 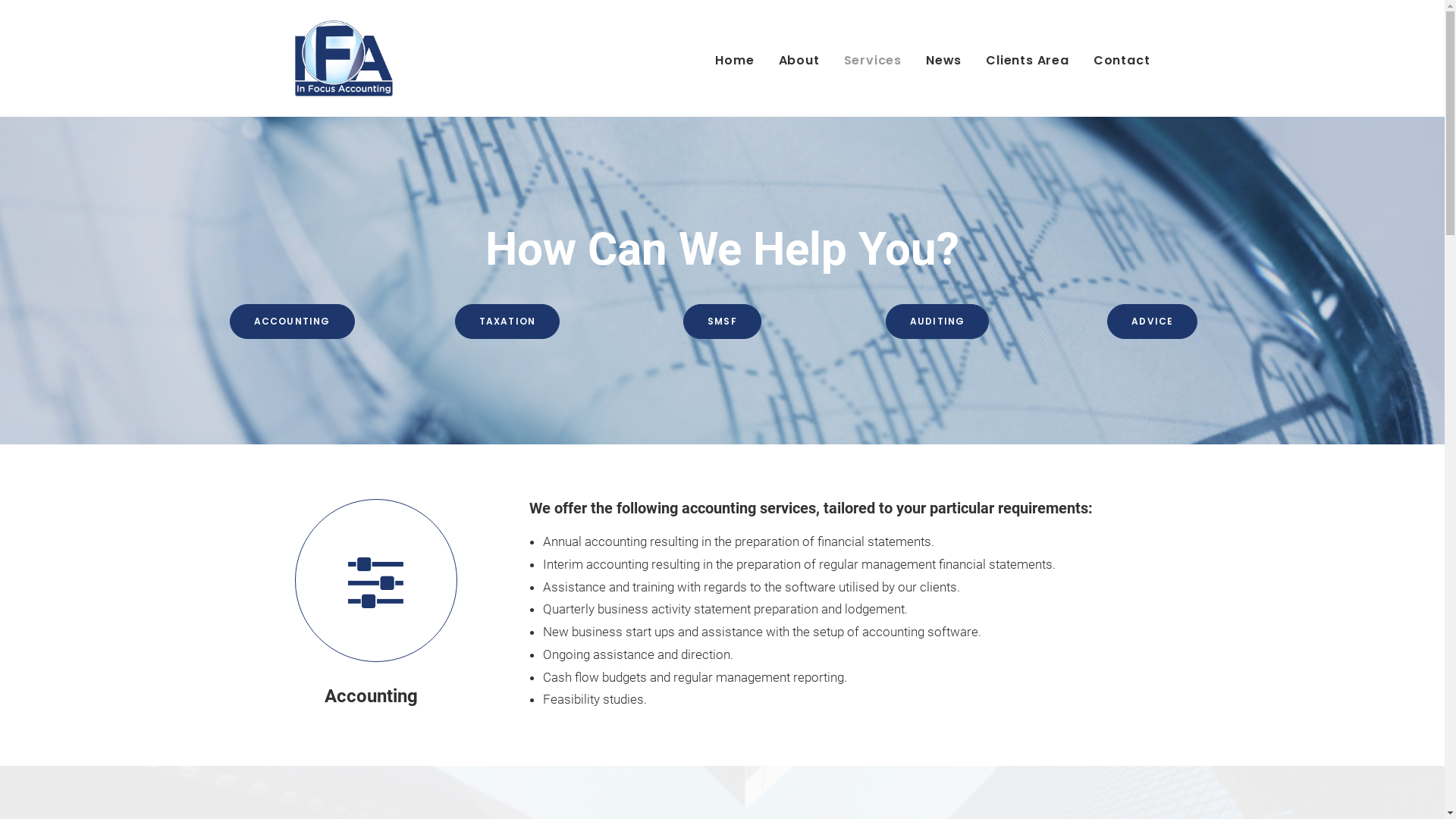 What do you see at coordinates (1116, 58) in the screenshot?
I see `'Contact'` at bounding box center [1116, 58].